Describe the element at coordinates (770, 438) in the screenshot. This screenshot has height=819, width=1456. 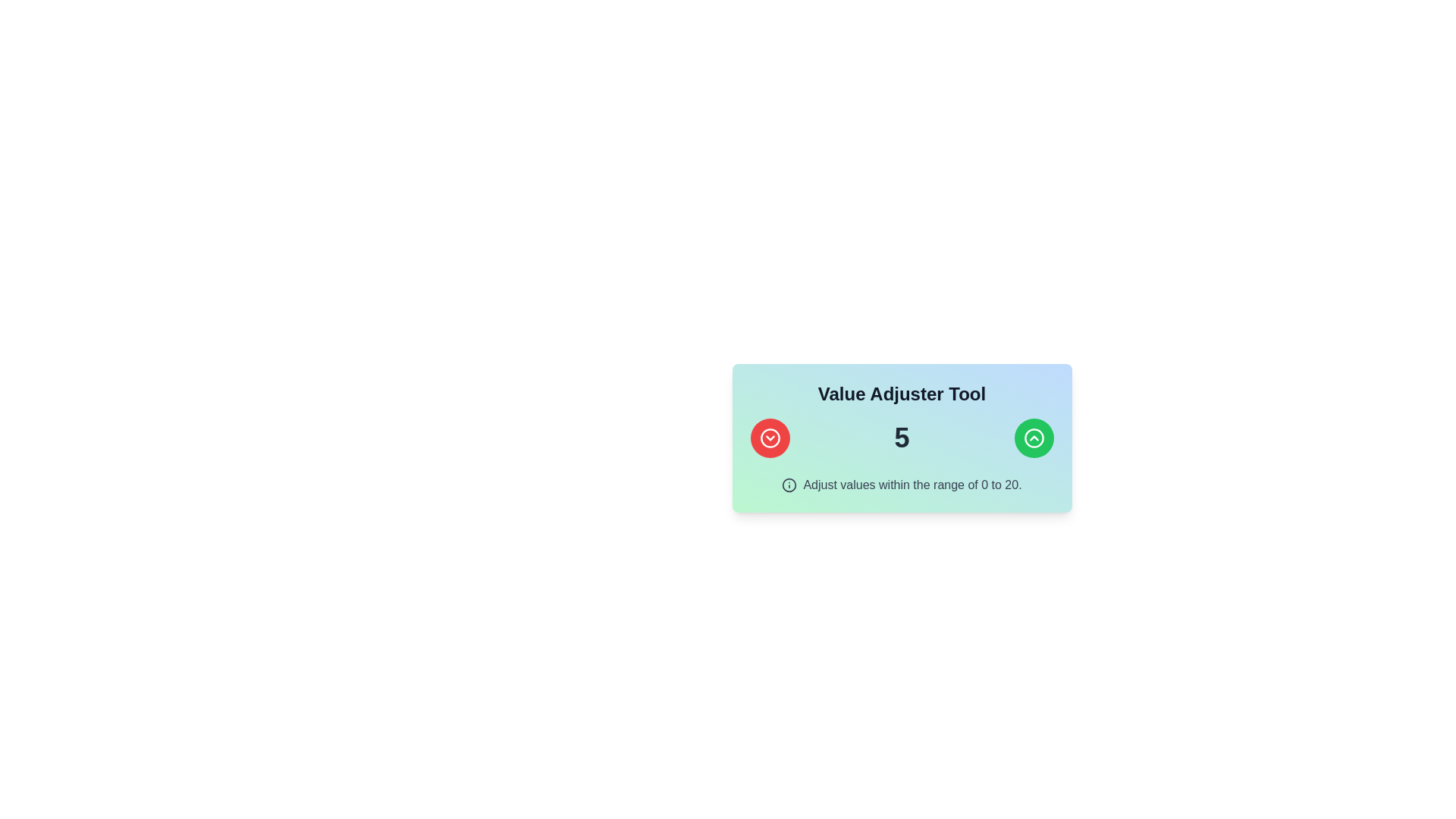
I see `the red circular SVG element with a downward-facing chevron icon, located at the bottom-right corner of the card interface` at that location.